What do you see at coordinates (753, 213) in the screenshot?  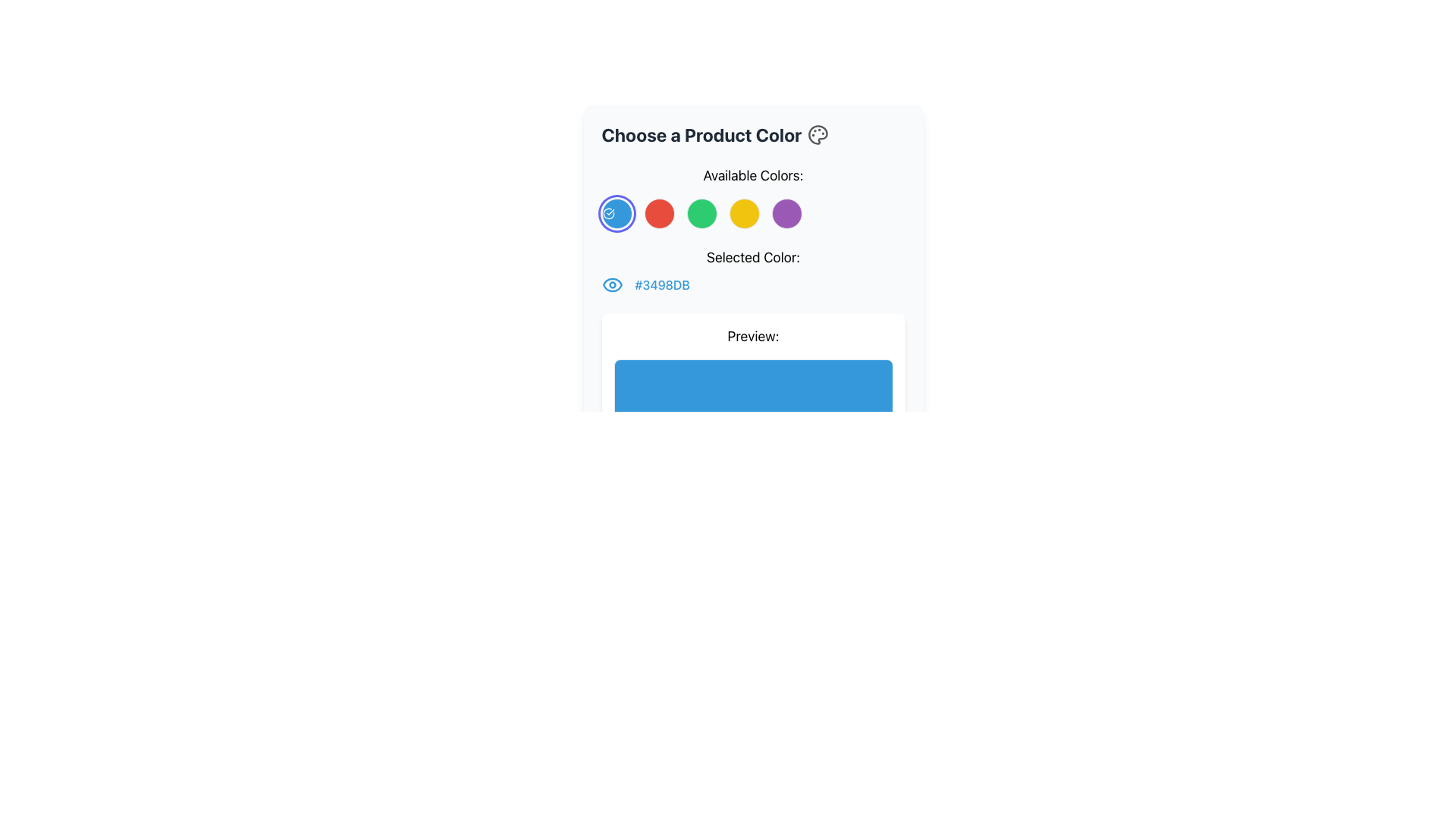 I see `the fourth circular button representing the selectable color option for yellow located under the label 'Available Colors:' in the 'Choose a Product Color' section` at bounding box center [753, 213].